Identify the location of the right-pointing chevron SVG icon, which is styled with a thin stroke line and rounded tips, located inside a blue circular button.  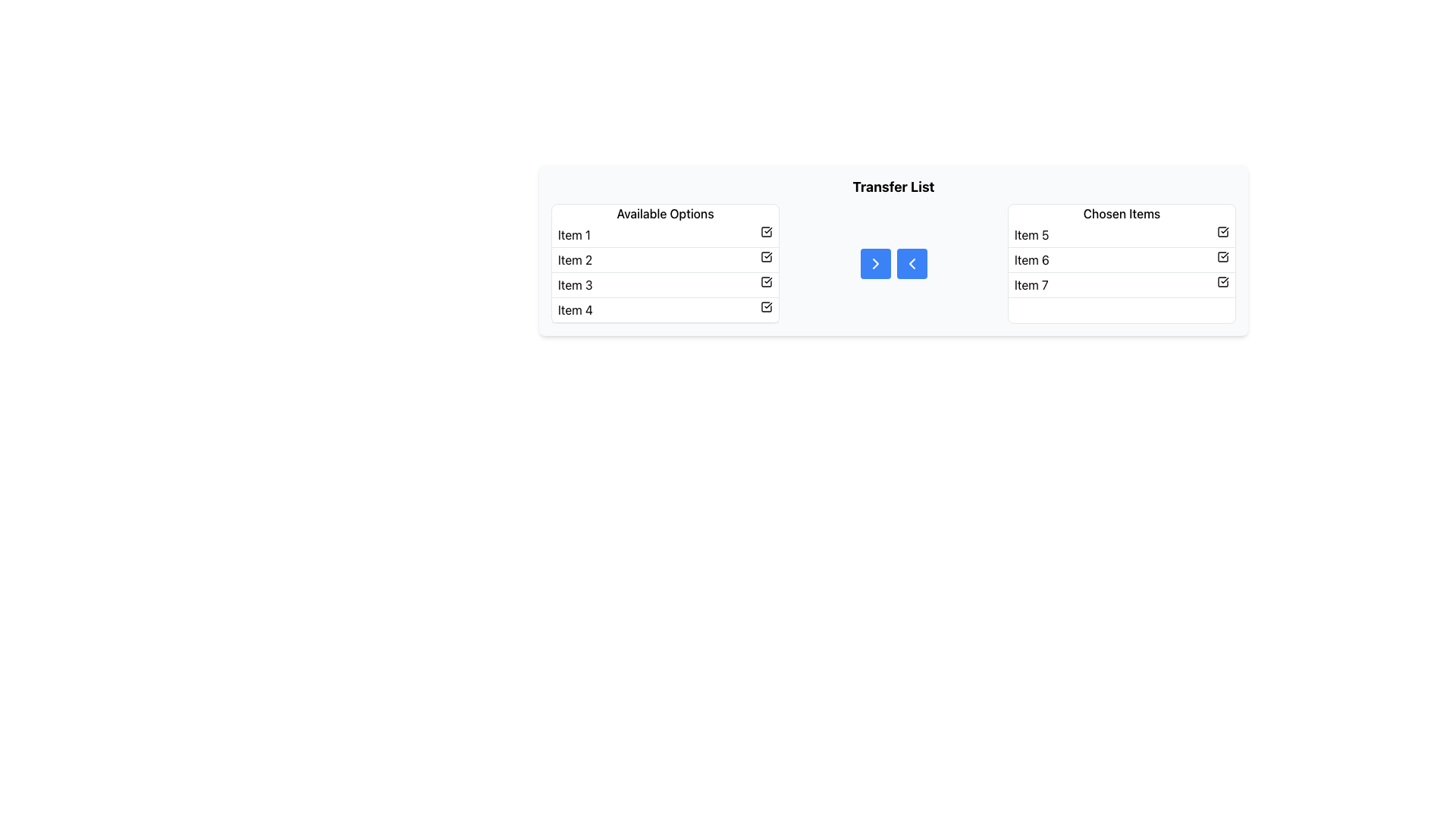
(875, 262).